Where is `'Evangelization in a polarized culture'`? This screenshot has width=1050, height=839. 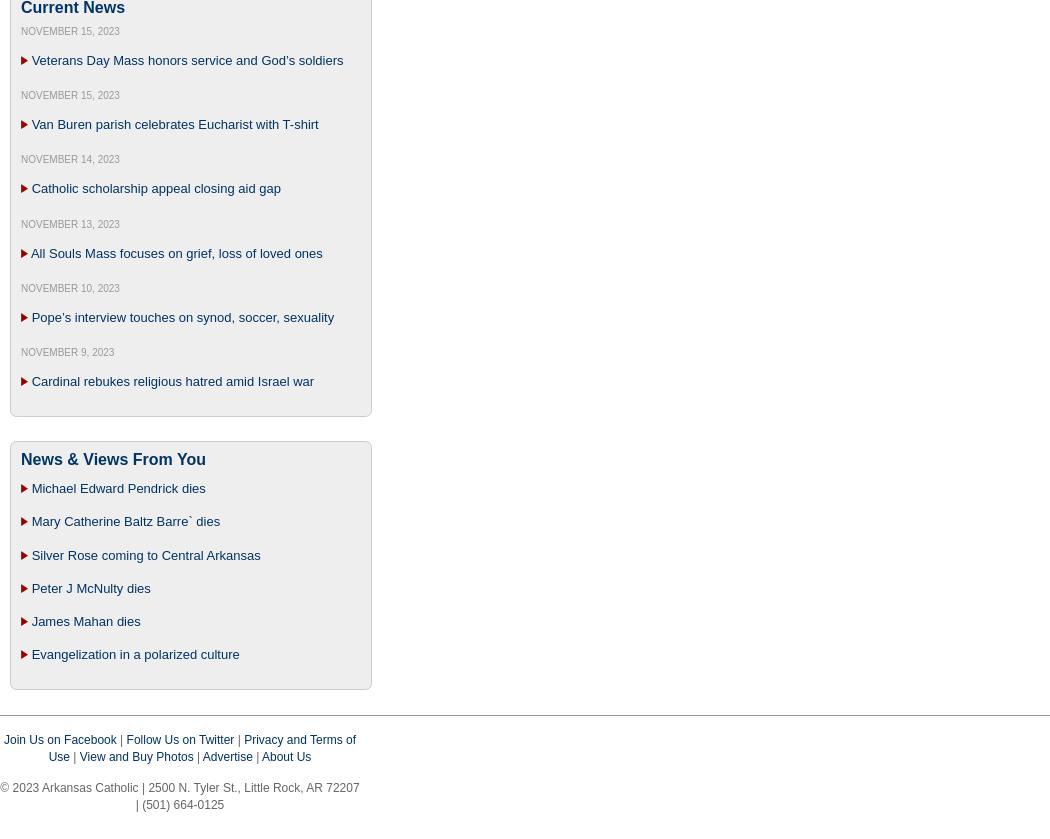 'Evangelization in a polarized culture' is located at coordinates (134, 653).